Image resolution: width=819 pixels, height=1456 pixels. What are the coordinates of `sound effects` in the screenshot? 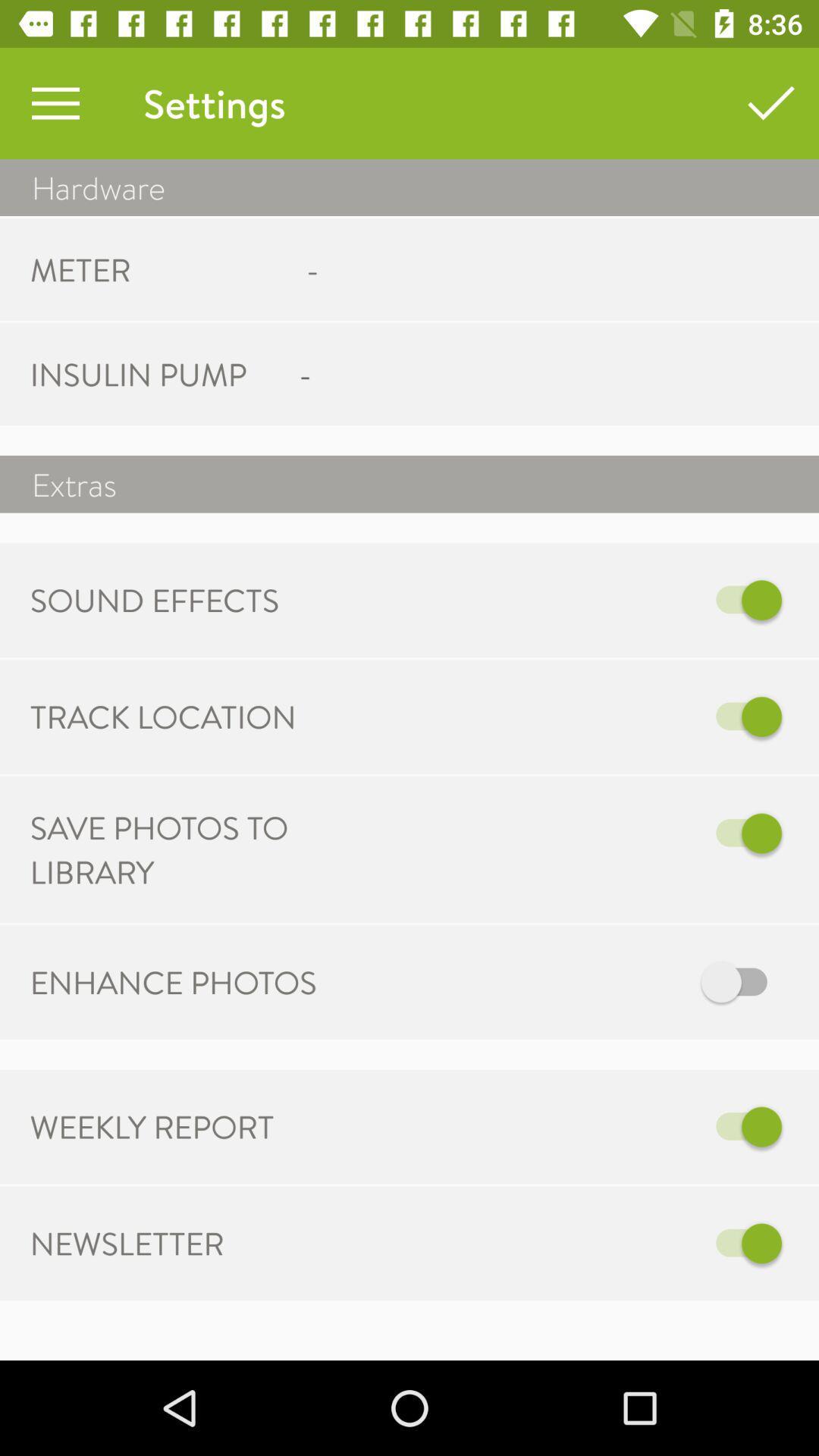 It's located at (623, 599).